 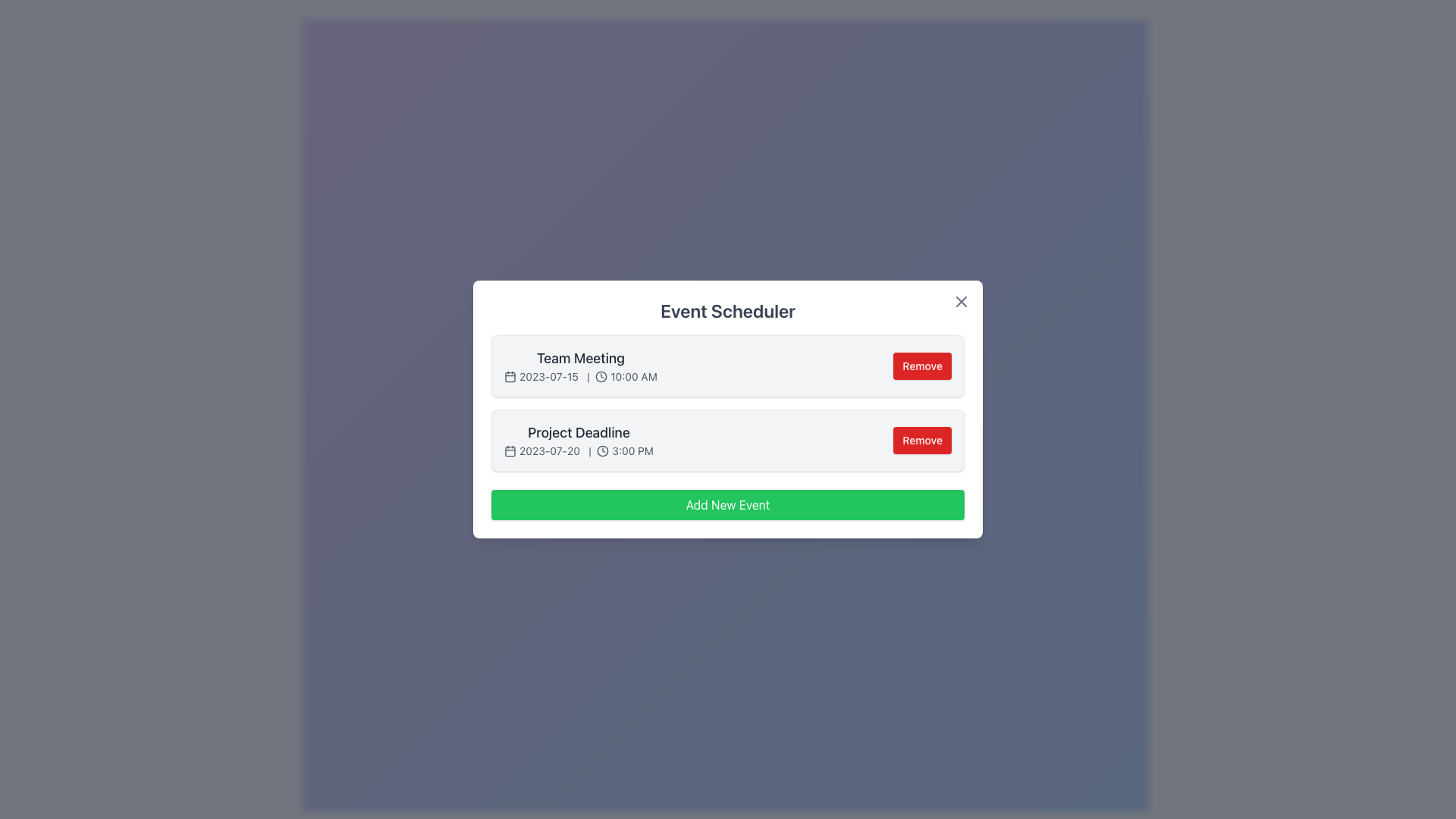 I want to click on the 'Project Deadline' text header, which is styled with a large font size and medium weight in dark gray, located in the middle-right section of the 'Event Scheduler' modal underneath the 'Team Meeting' entry, so click(x=578, y=432).